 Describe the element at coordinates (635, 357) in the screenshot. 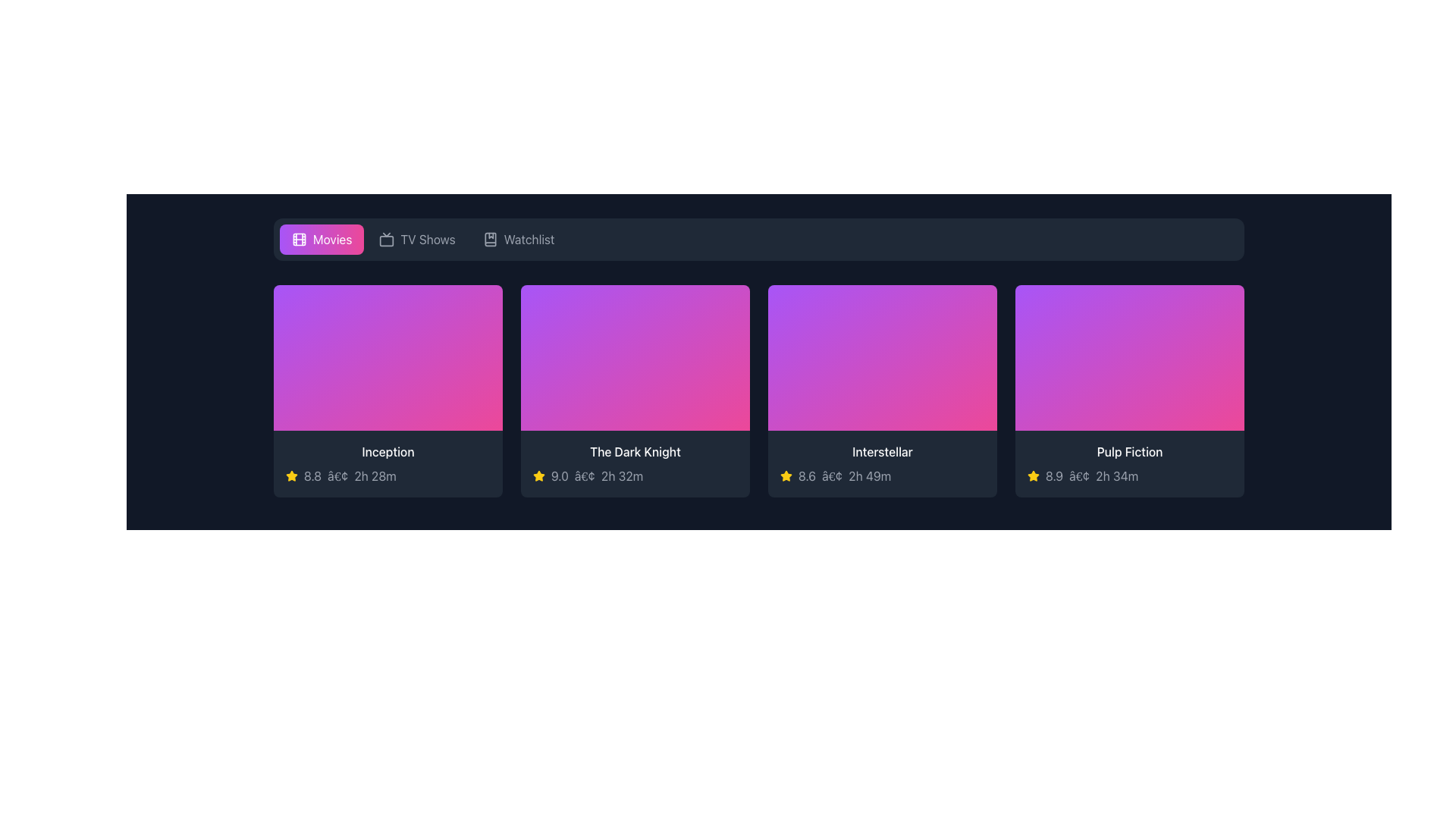

I see `the decorative background element of the card titled 'The Dark Knight', which is positioned second in the horizontal layout of cards` at that location.